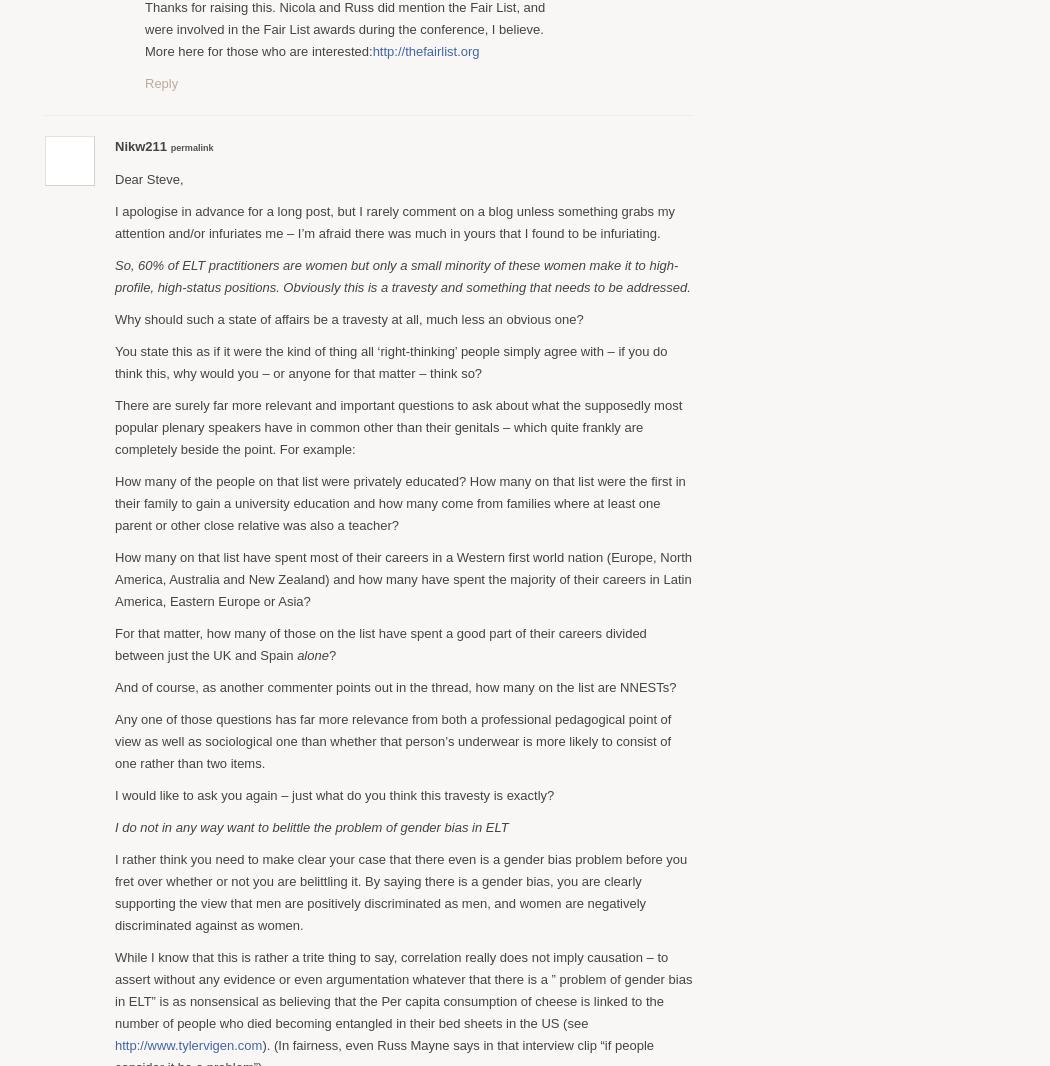  Describe the element at coordinates (398, 426) in the screenshot. I see `'There are surely far more relevant and important questions to ask about what the supposedly most popular plenary speakers have in common other than their genitals – which quite frankly are completely beside the point. For example:'` at that location.